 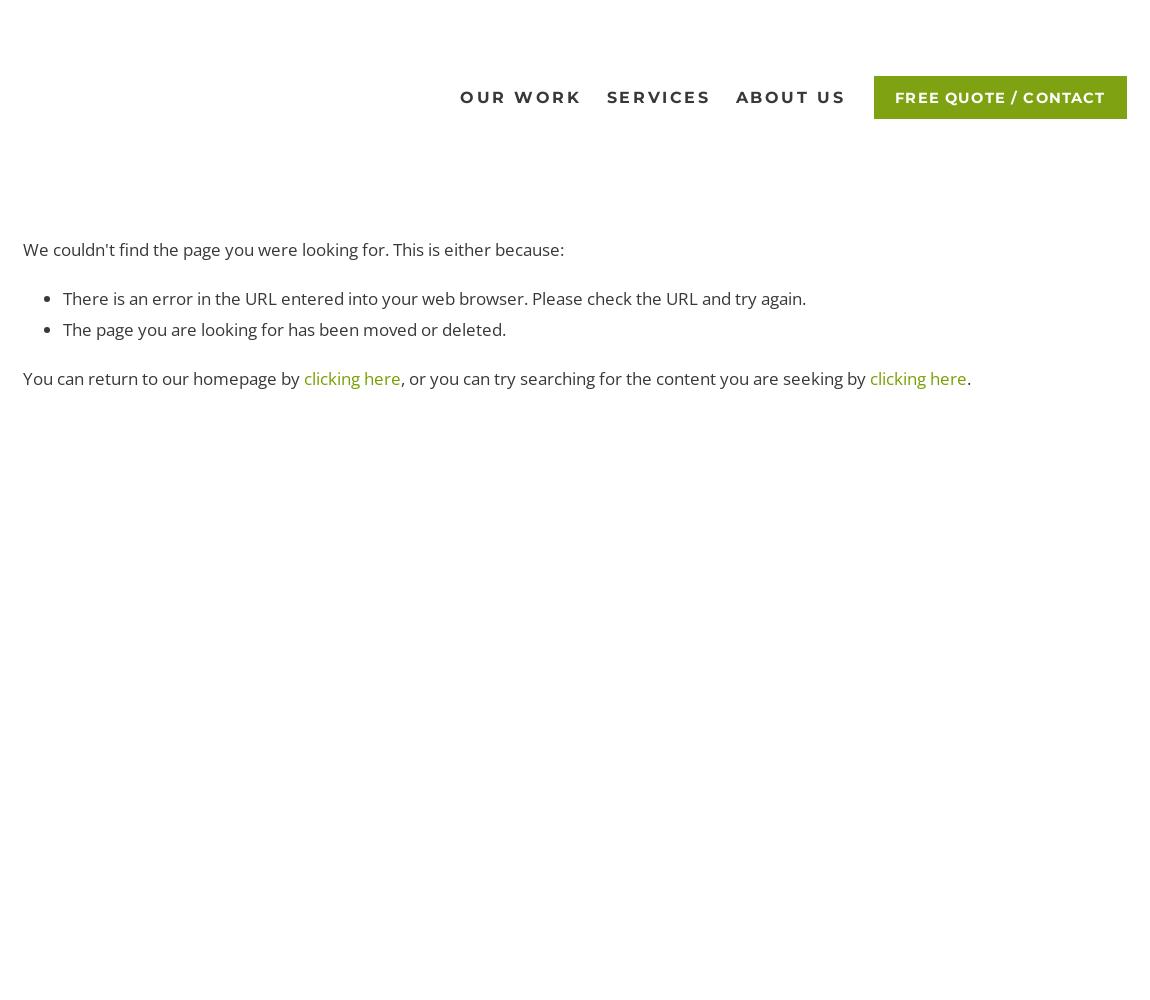 What do you see at coordinates (434, 297) in the screenshot?
I see `'There is an error in the URL entered into your web browser. Please check the URL and try again.'` at bounding box center [434, 297].